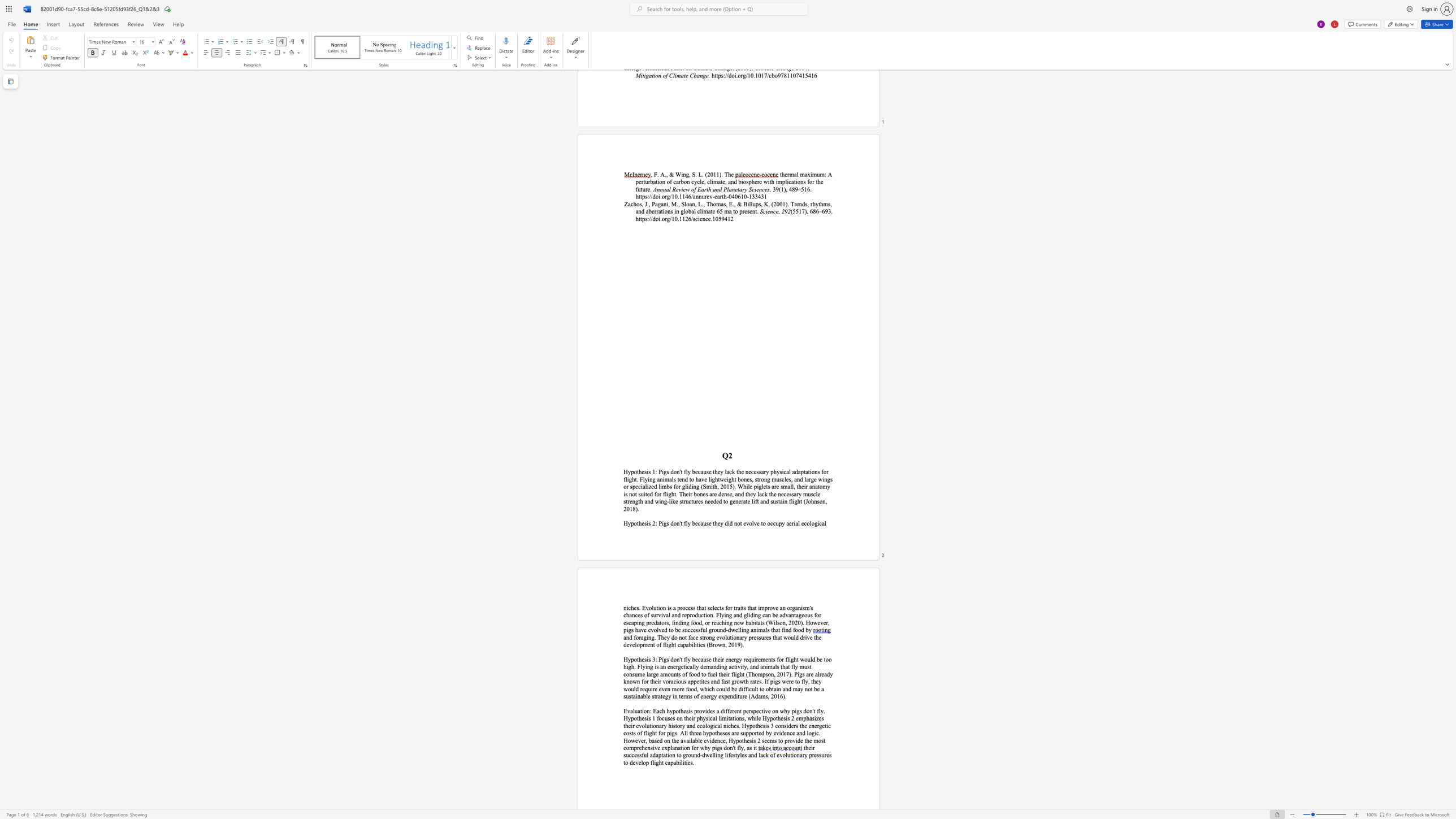  Describe the element at coordinates (714, 747) in the screenshot. I see `the subset text "igs" within the text "the most comprehensive explanation for why pigs"` at that location.